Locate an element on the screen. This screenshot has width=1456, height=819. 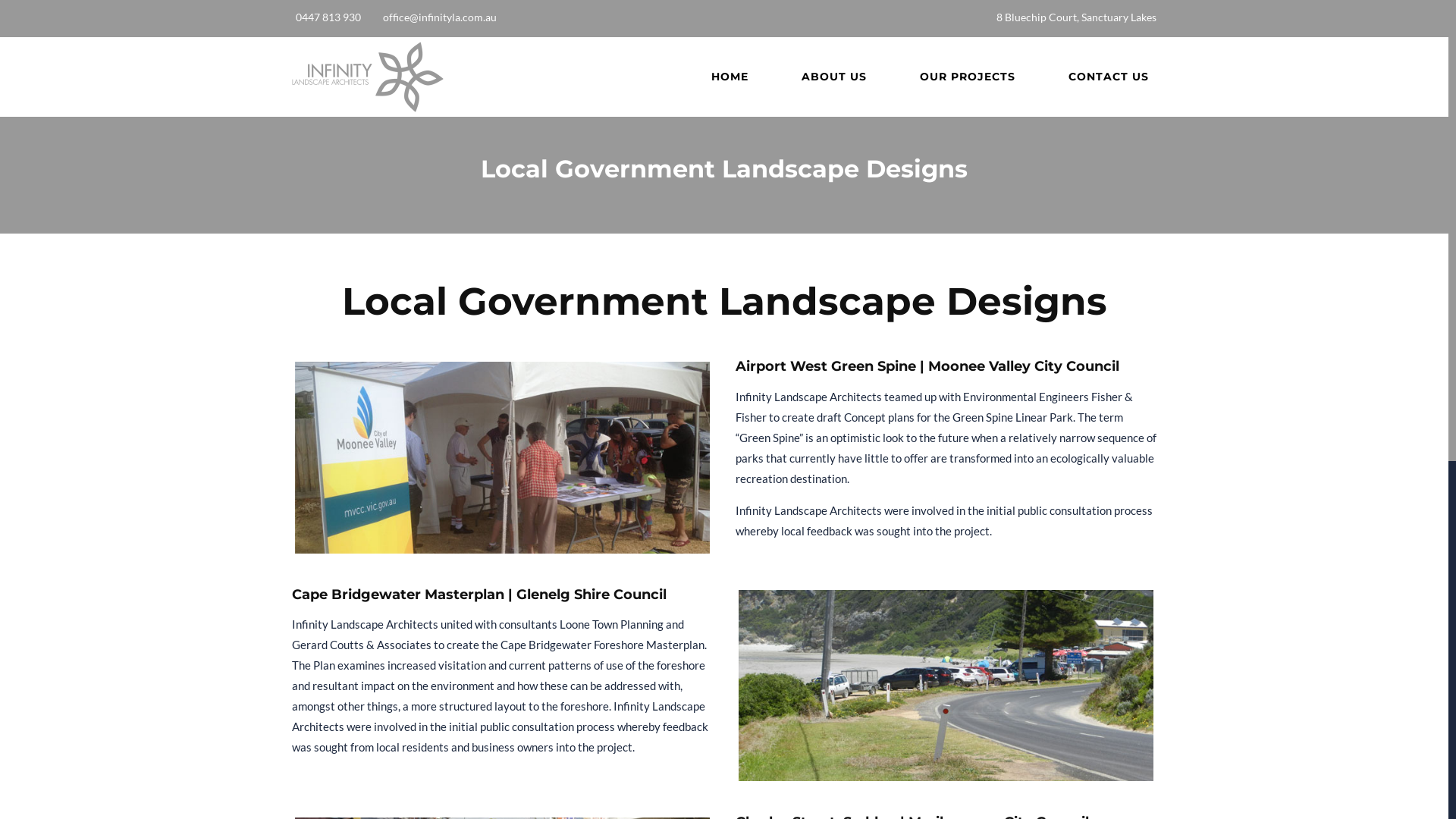
'HOME' is located at coordinates (730, 77).